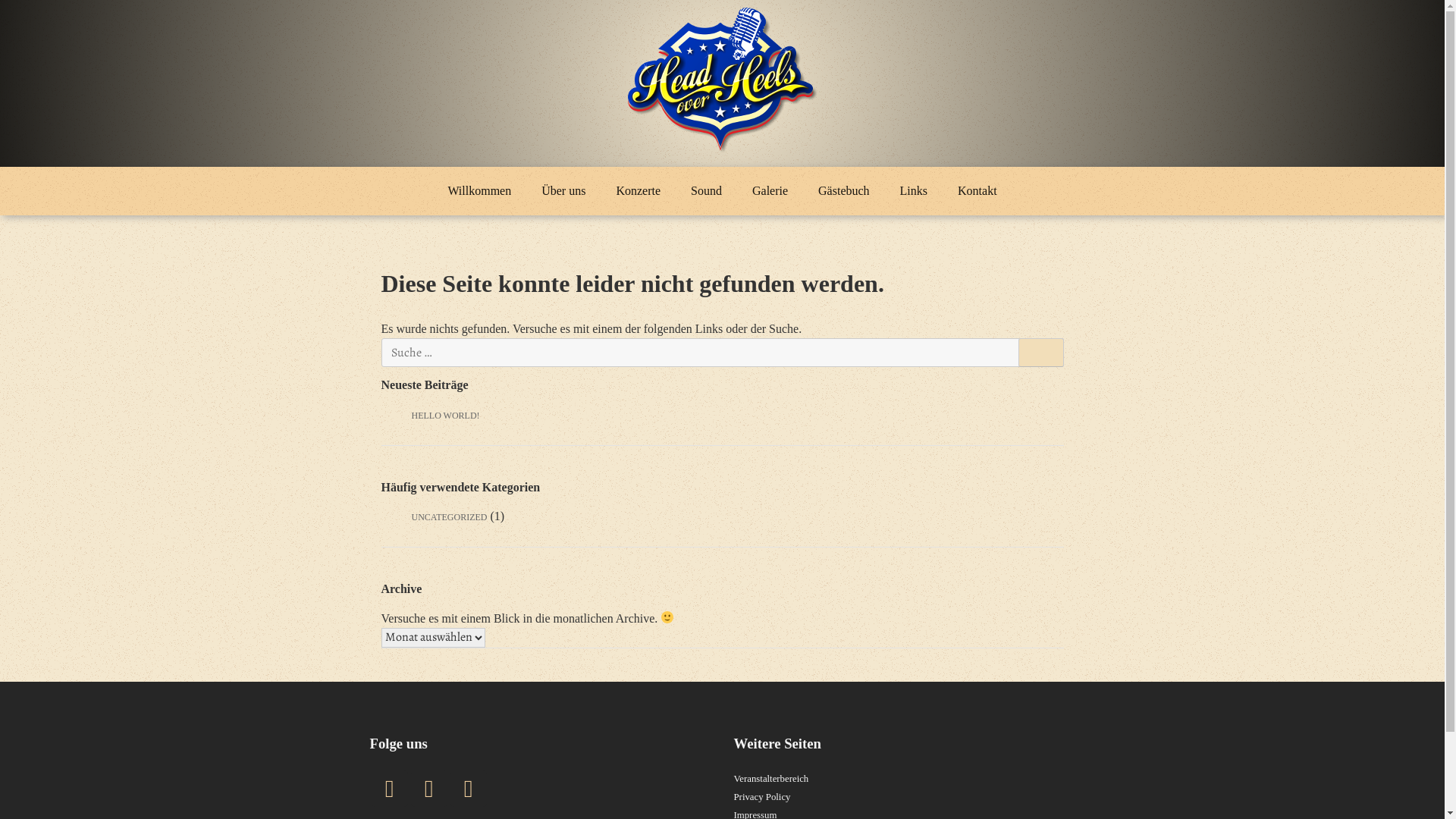  Describe the element at coordinates (479, 190) in the screenshot. I see `'Willkommen'` at that location.